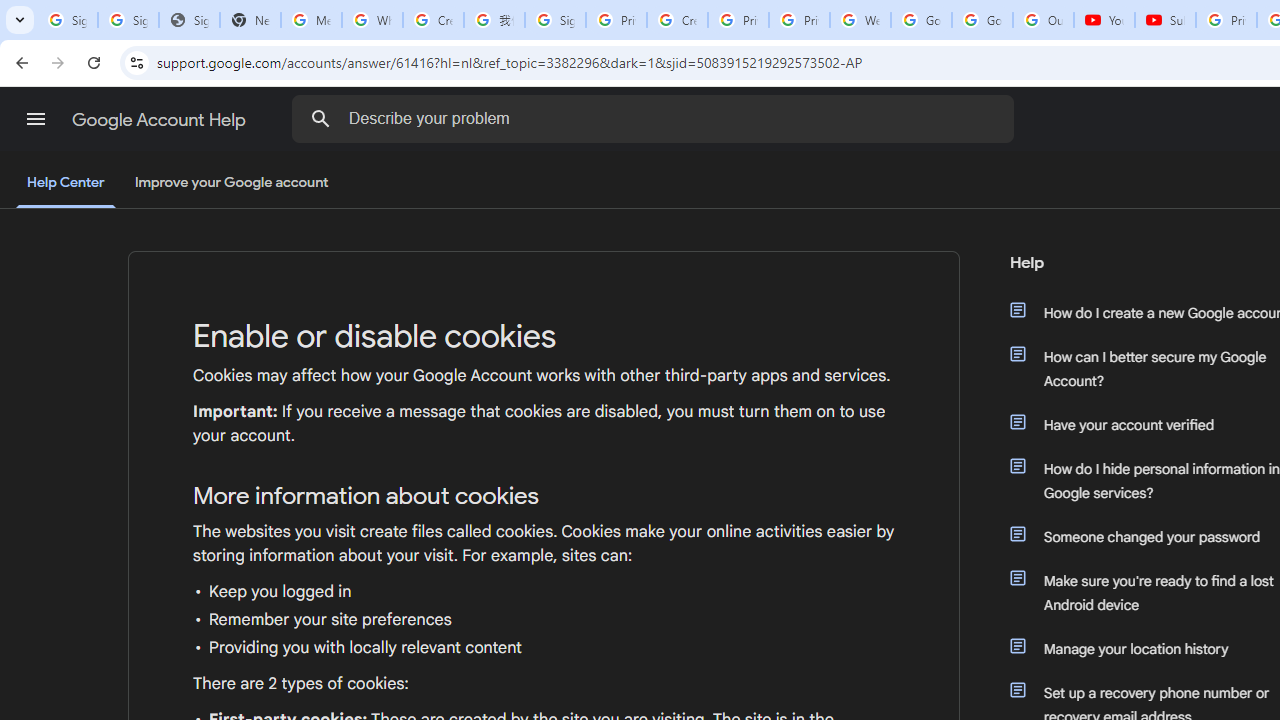 The image size is (1280, 720). Describe the element at coordinates (555, 20) in the screenshot. I see `'Sign in - Google Accounts'` at that location.